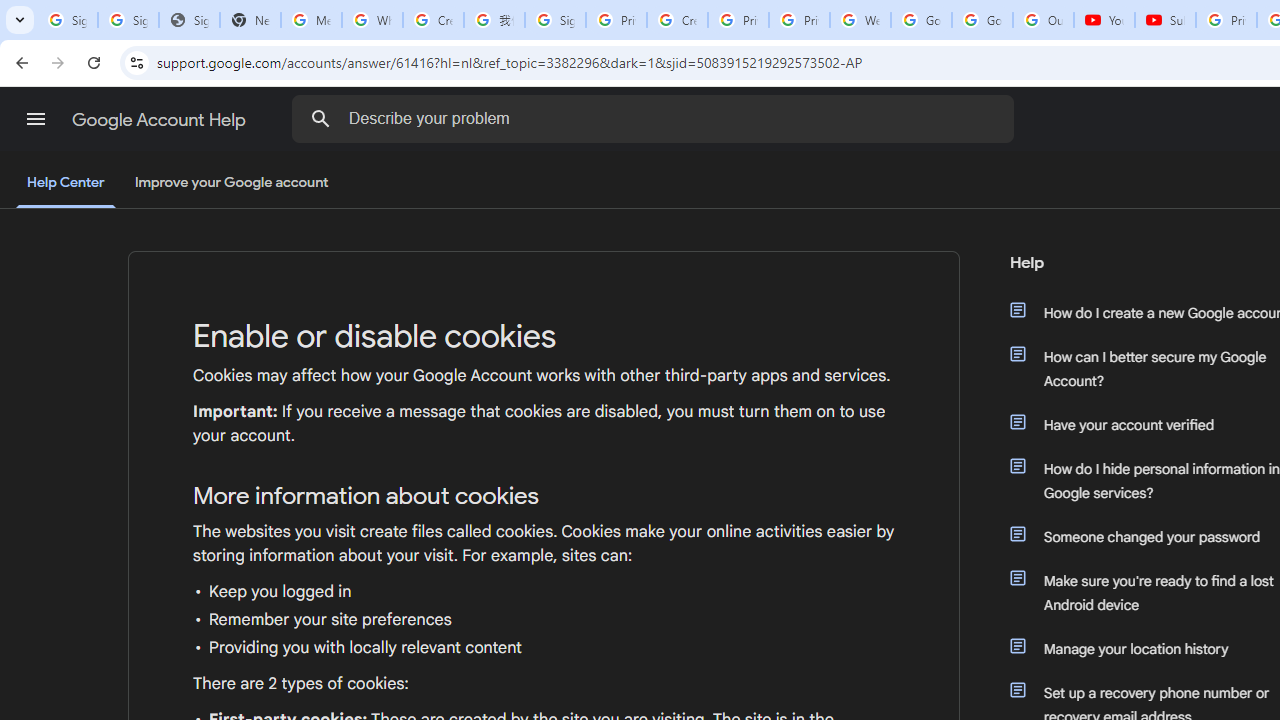 The image size is (1280, 720). Describe the element at coordinates (555, 20) in the screenshot. I see `'Sign in - Google Accounts'` at that location.